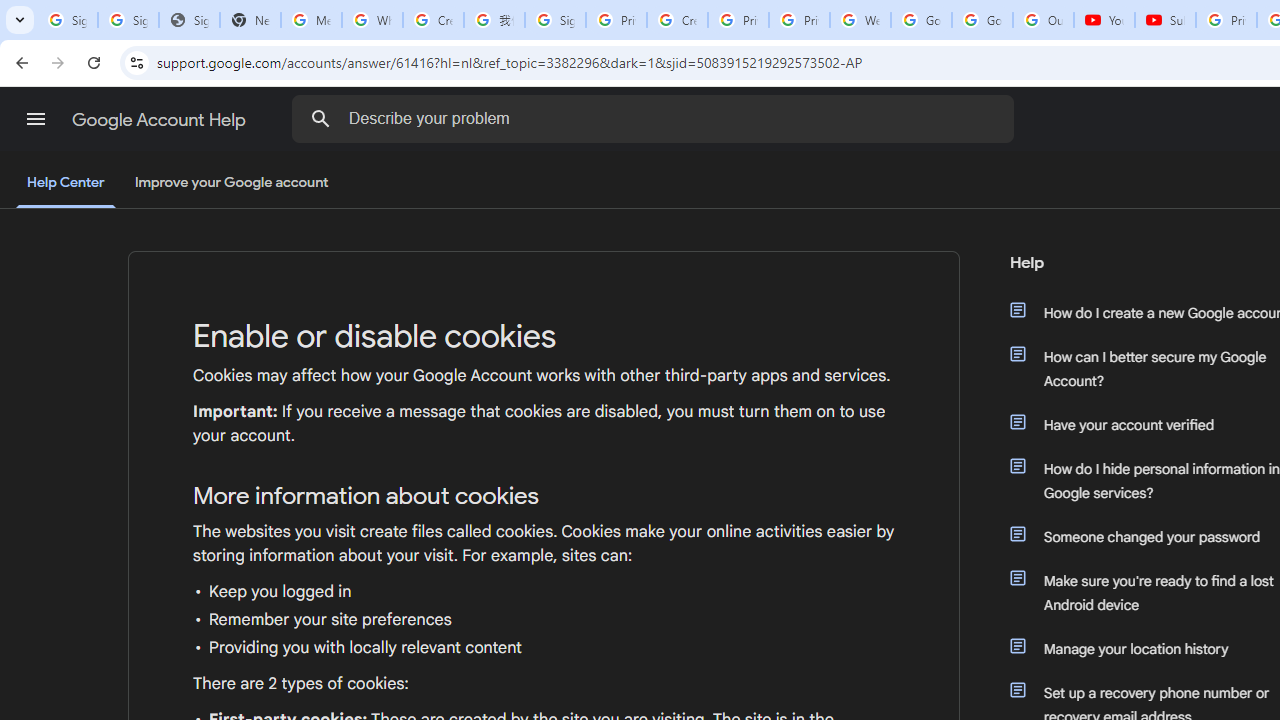 The image size is (1280, 720). Describe the element at coordinates (555, 20) in the screenshot. I see `'Sign in - Google Accounts'` at that location.